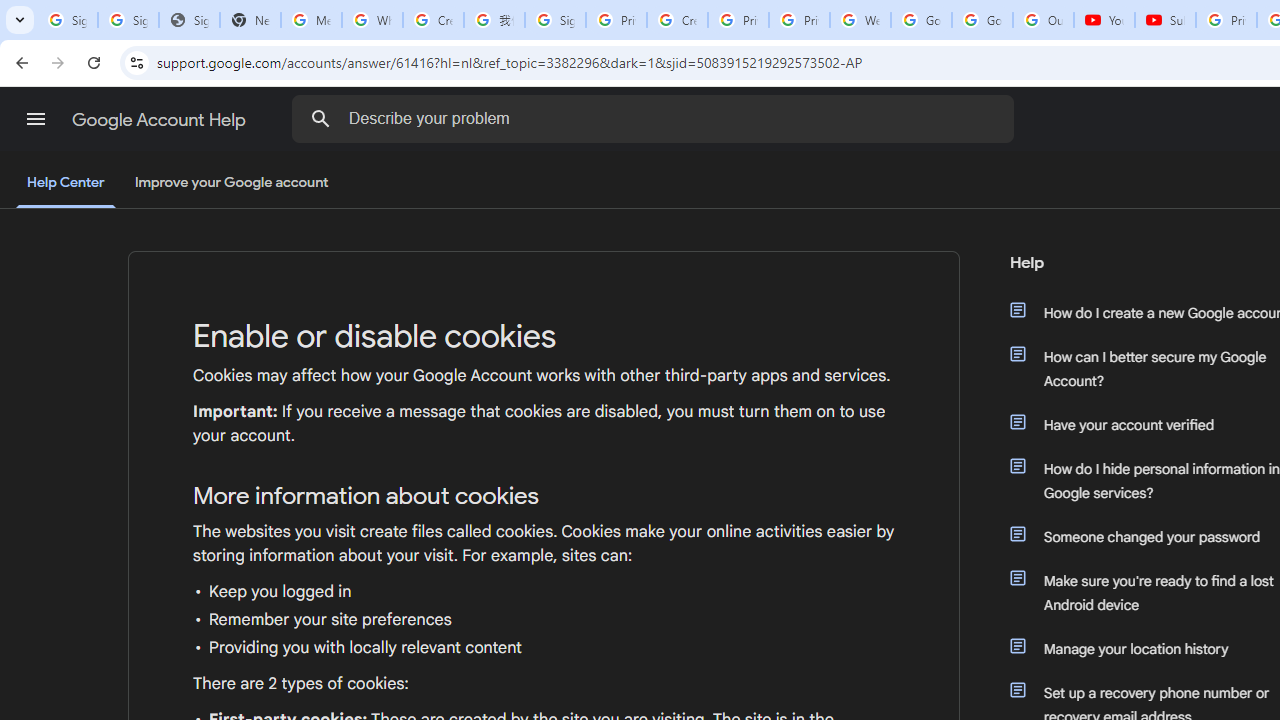 The image size is (1280, 720). Describe the element at coordinates (555, 20) in the screenshot. I see `'Sign in - Google Accounts'` at that location.